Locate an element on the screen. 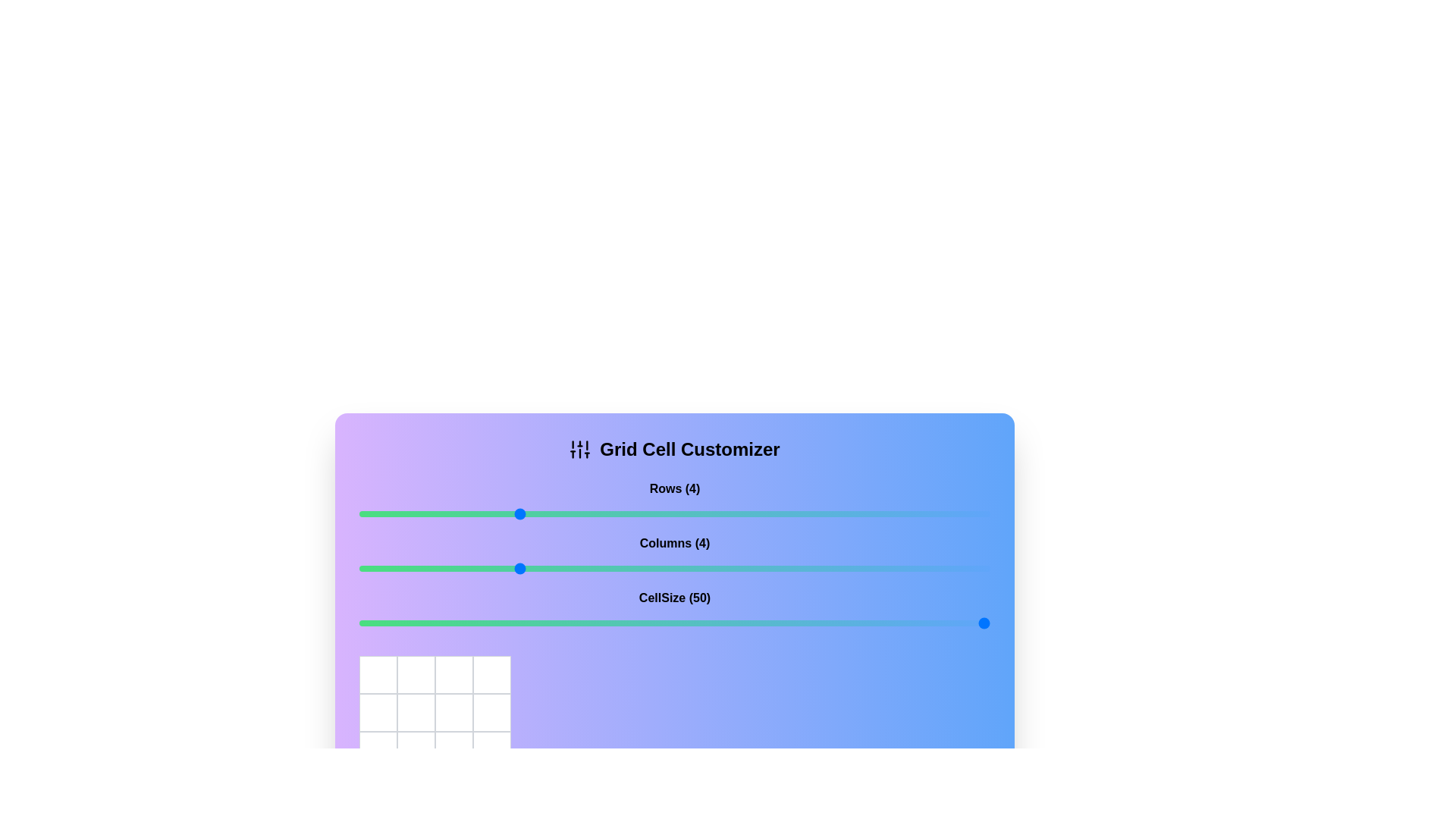  the 'CellSize' slider to 4 value is located at coordinates (516, 623).